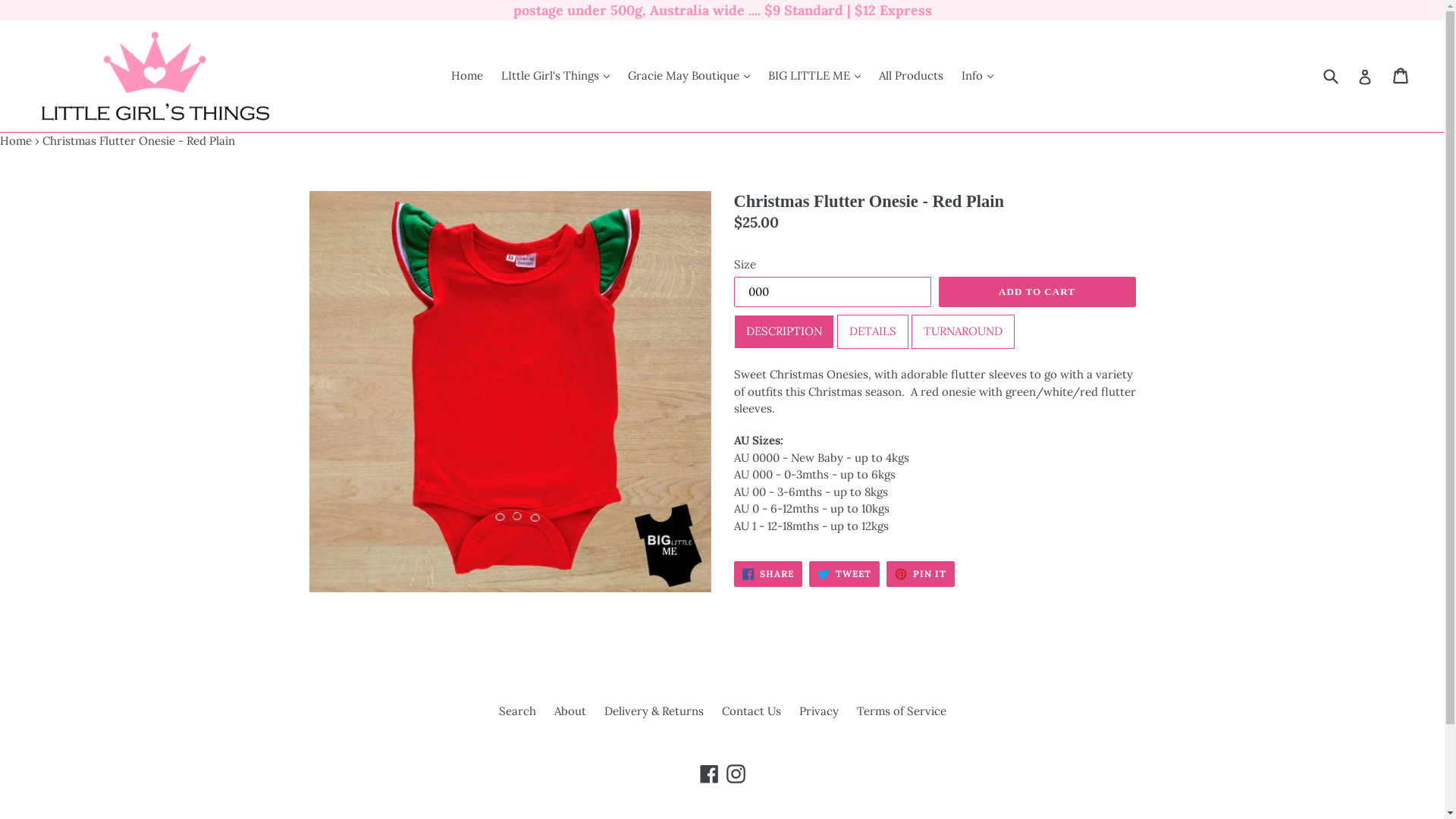 This screenshot has height=819, width=1456. What do you see at coordinates (751, 711) in the screenshot?
I see `'Contact Us'` at bounding box center [751, 711].